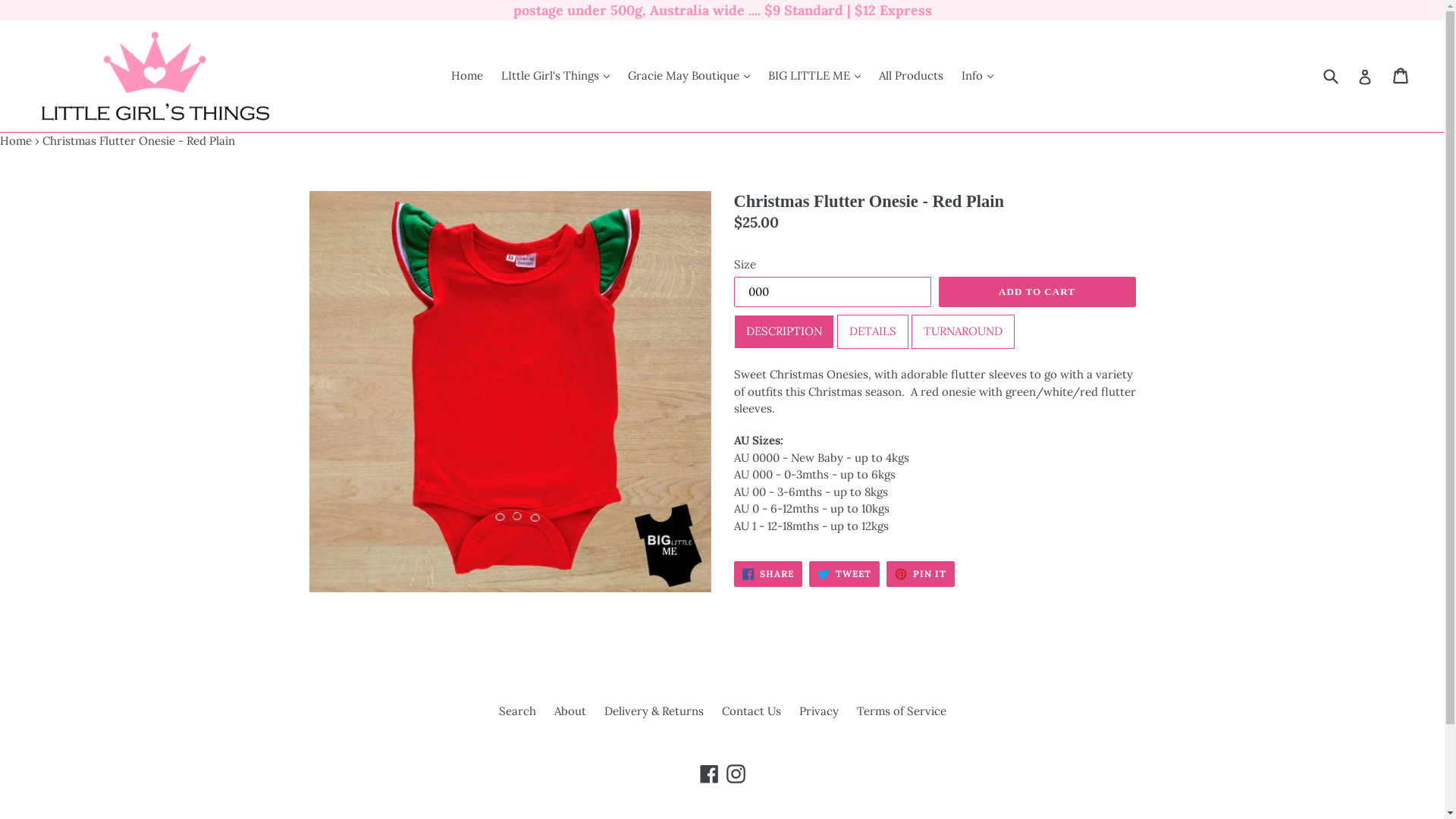 This screenshot has height=819, width=1456. What do you see at coordinates (751, 711) in the screenshot?
I see `'Contact Us'` at bounding box center [751, 711].